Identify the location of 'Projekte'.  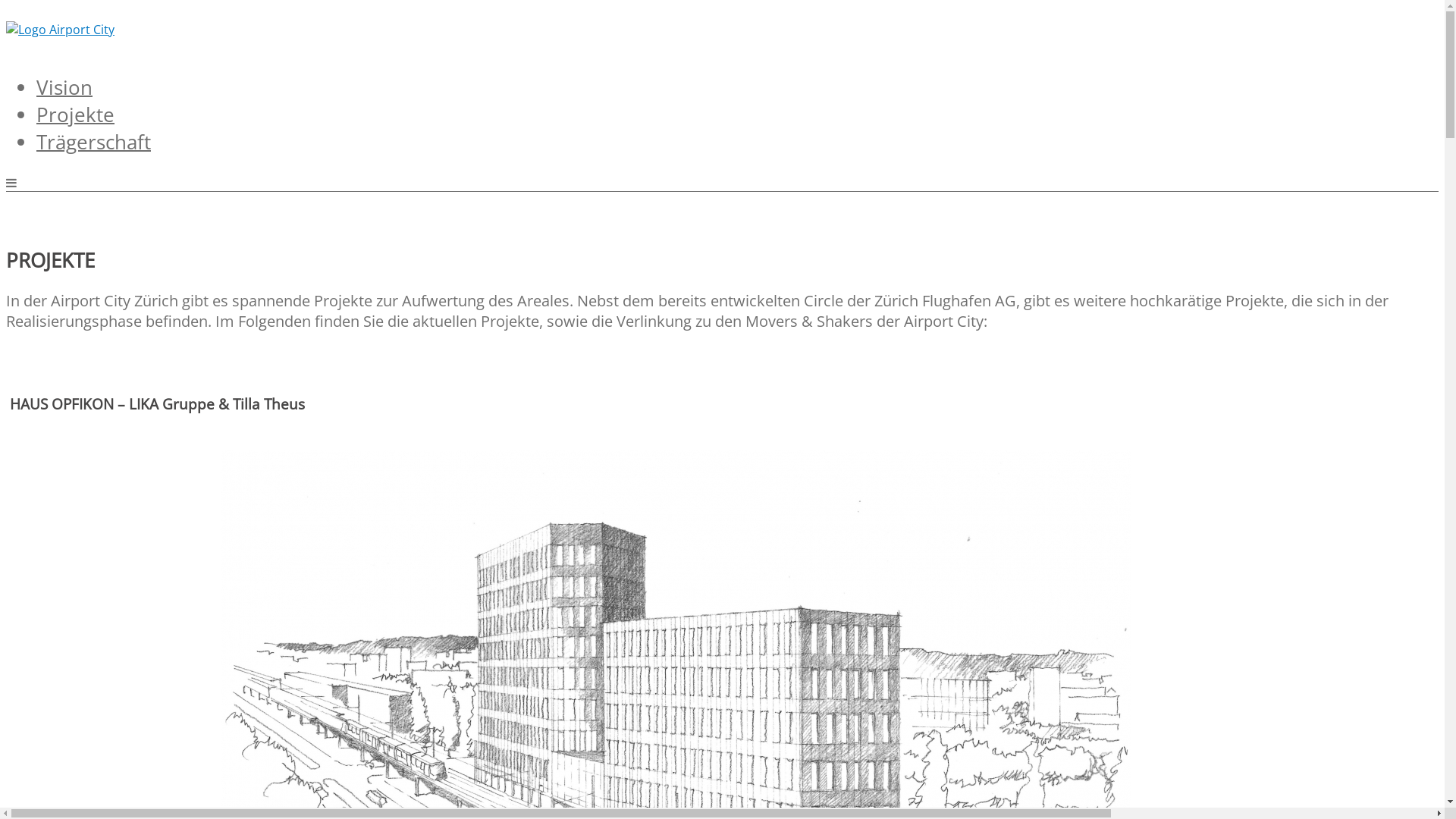
(74, 107).